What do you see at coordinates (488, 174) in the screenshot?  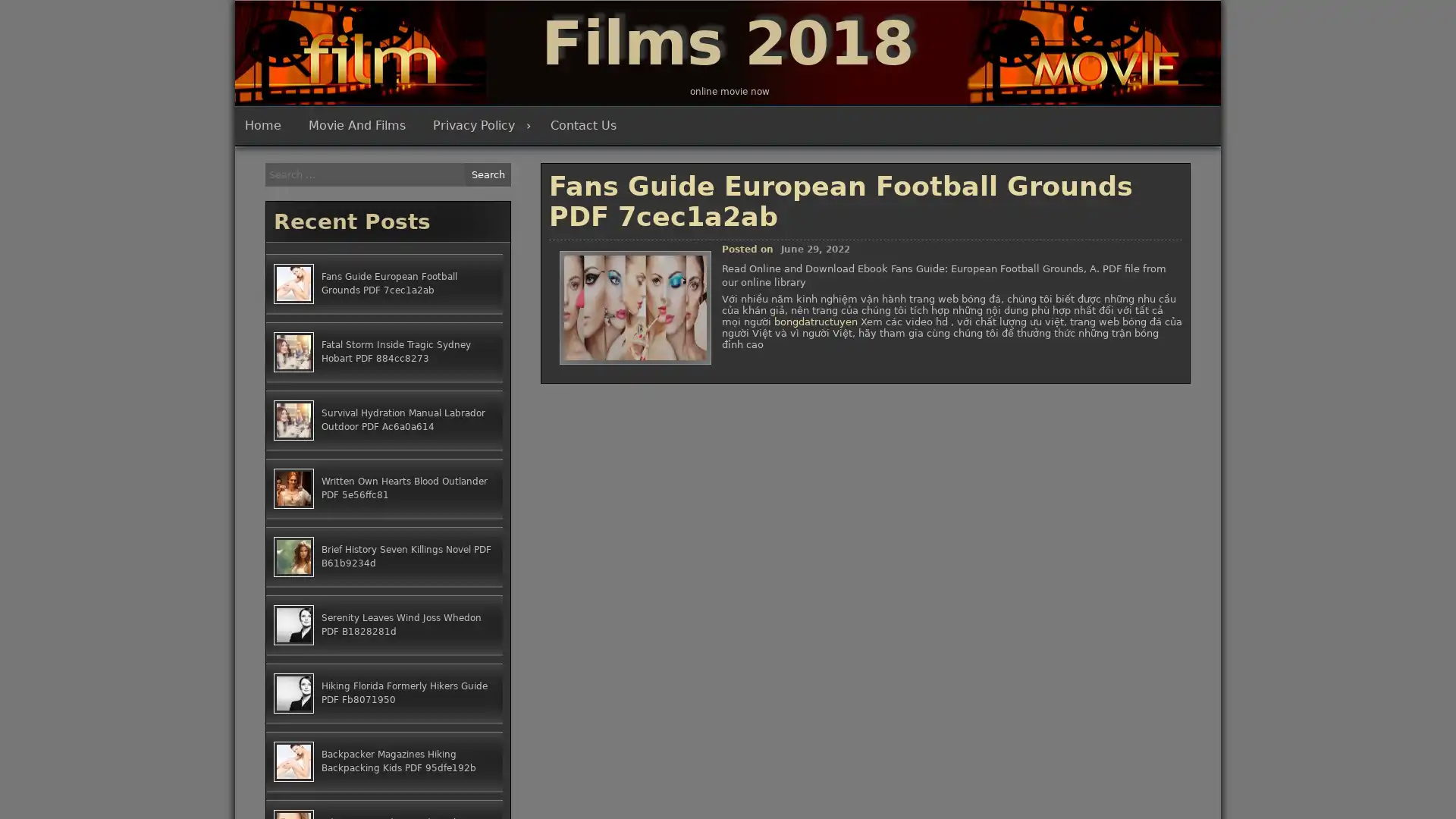 I see `Search` at bounding box center [488, 174].